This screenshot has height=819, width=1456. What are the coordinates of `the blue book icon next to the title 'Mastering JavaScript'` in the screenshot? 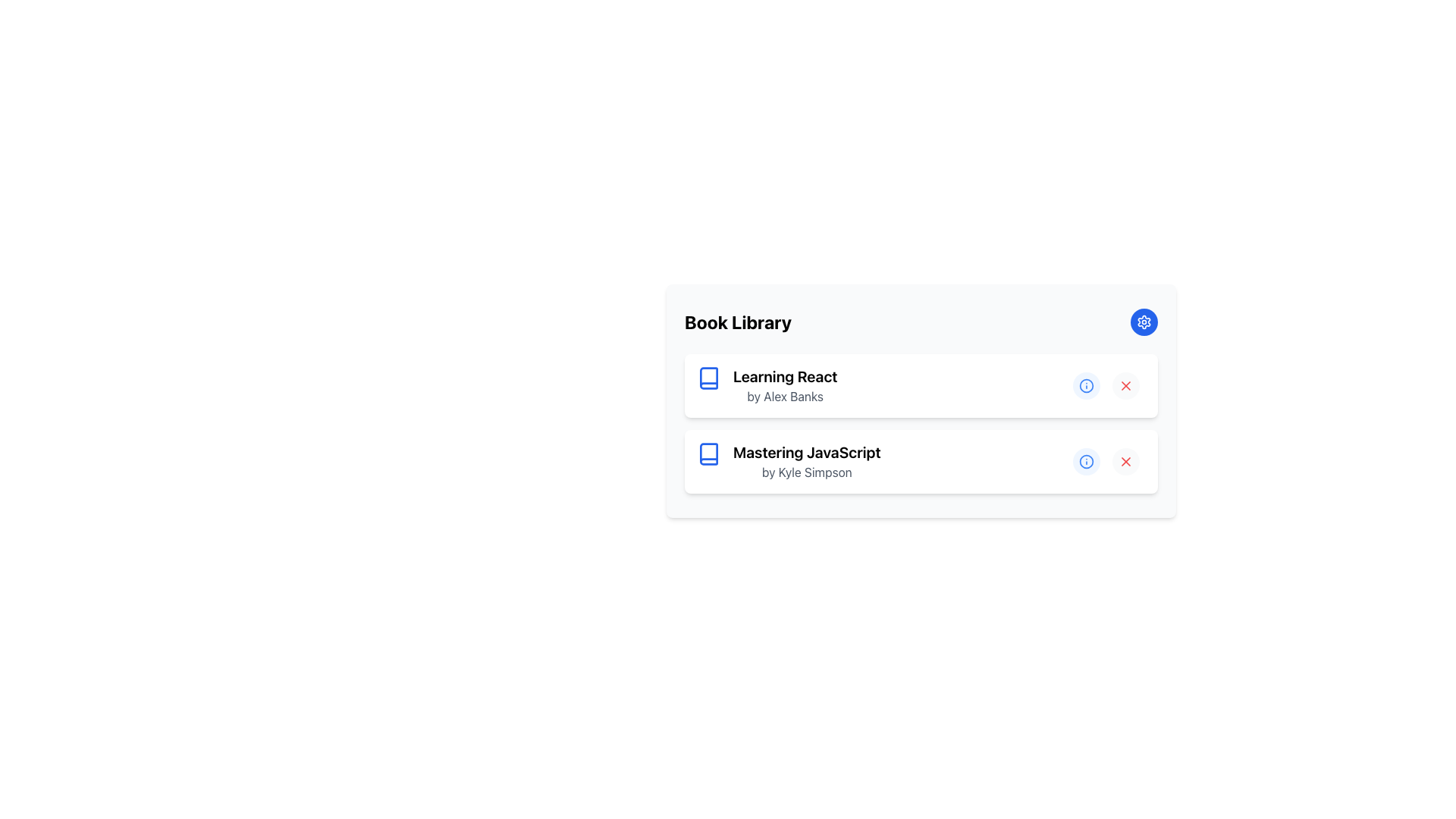 It's located at (708, 453).